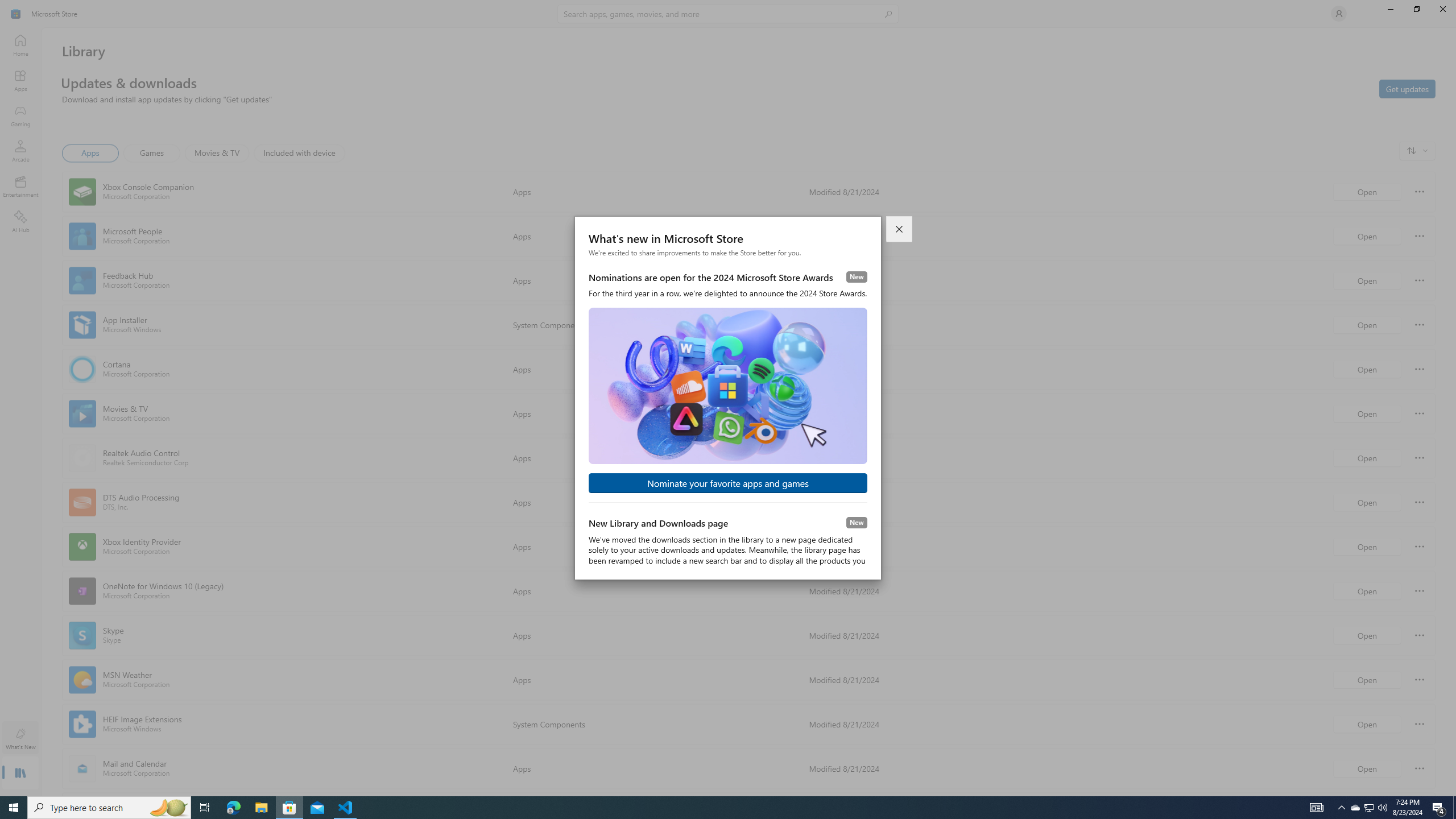 Image resolution: width=1456 pixels, height=819 pixels. What do you see at coordinates (1417, 150) in the screenshot?
I see `'Sort and filter'` at bounding box center [1417, 150].